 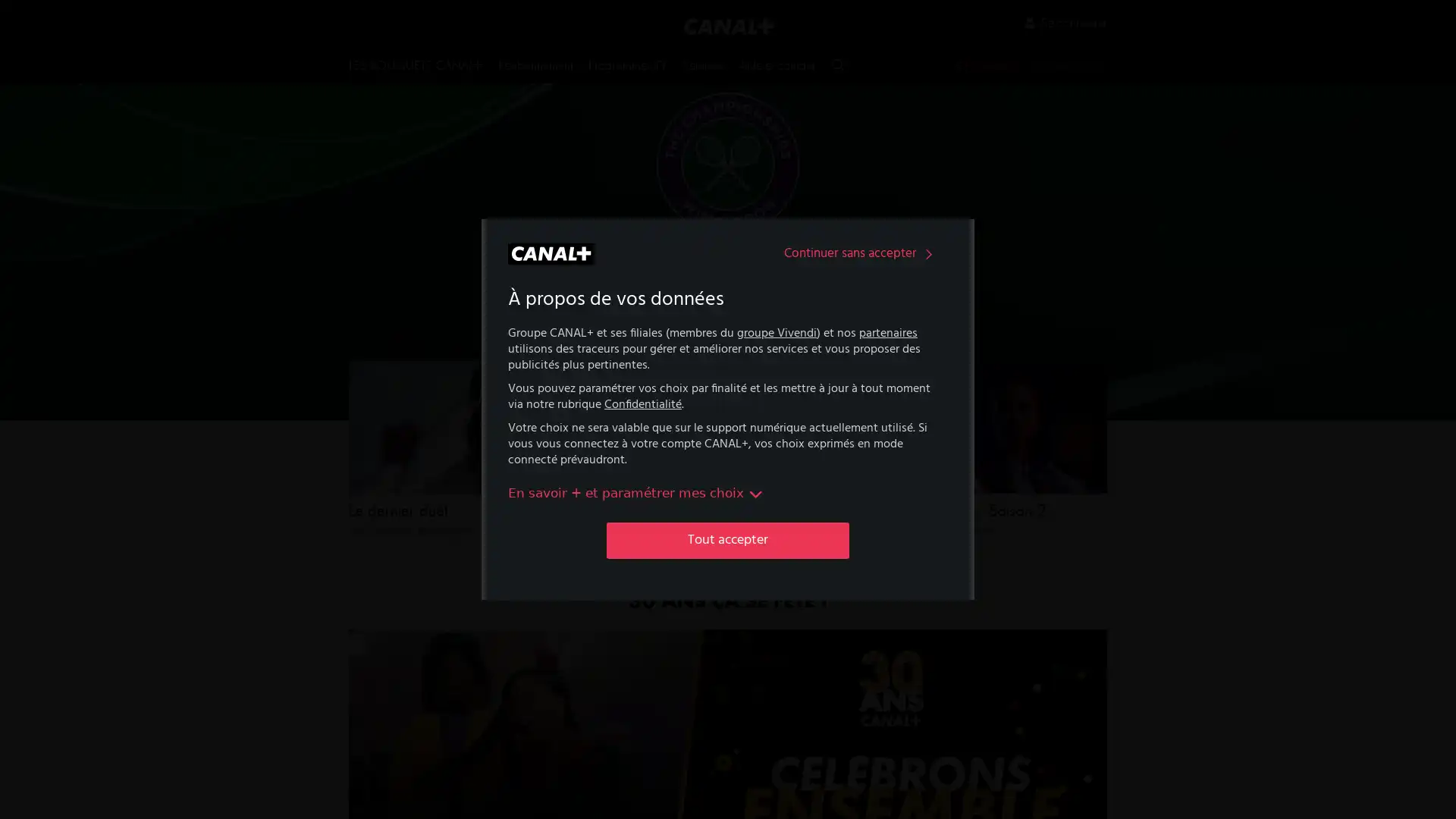 I want to click on Benin, so click(x=582, y=380).